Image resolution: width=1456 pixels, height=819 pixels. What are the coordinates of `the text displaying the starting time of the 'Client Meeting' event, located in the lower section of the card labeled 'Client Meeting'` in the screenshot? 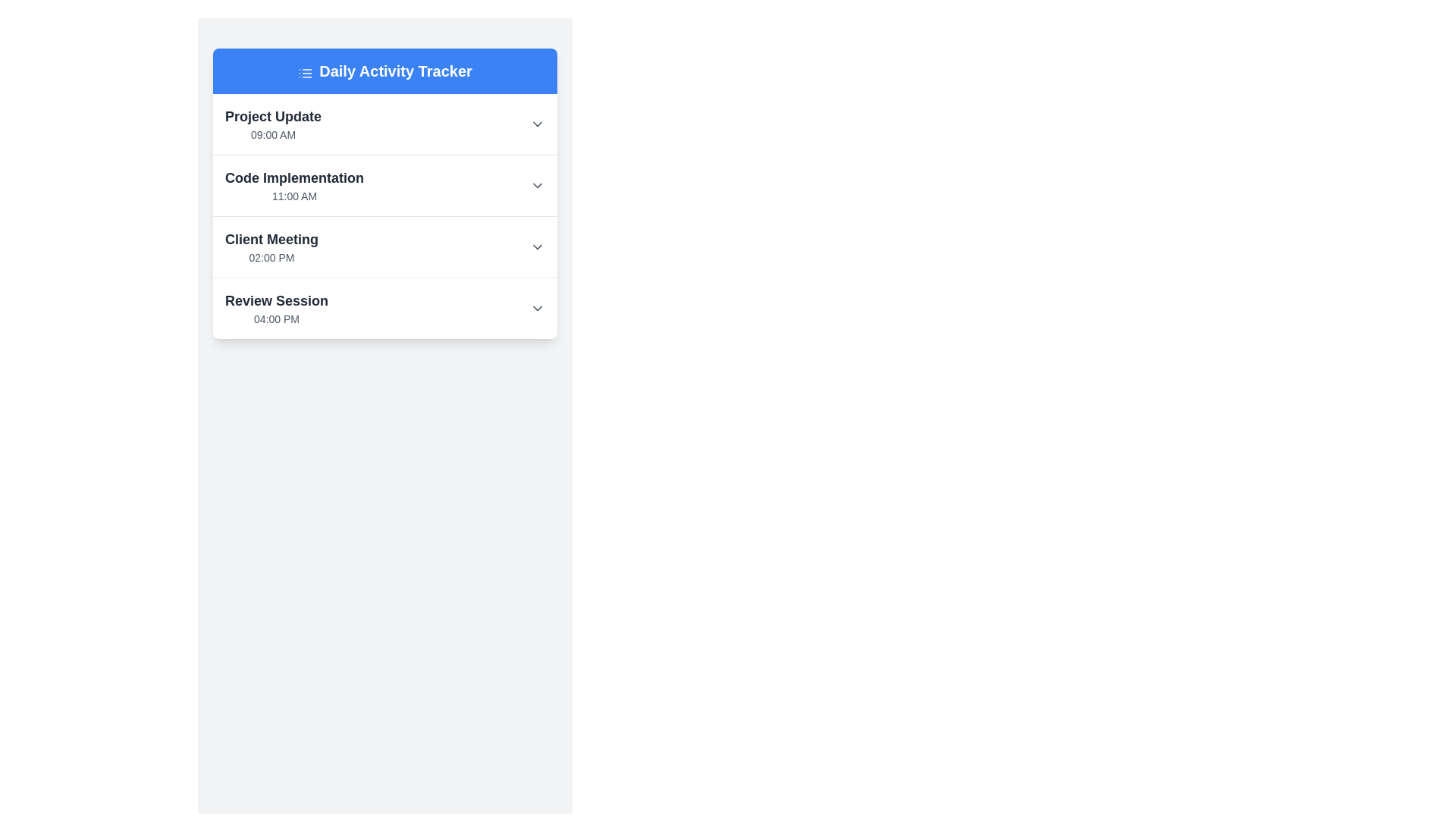 It's located at (271, 256).